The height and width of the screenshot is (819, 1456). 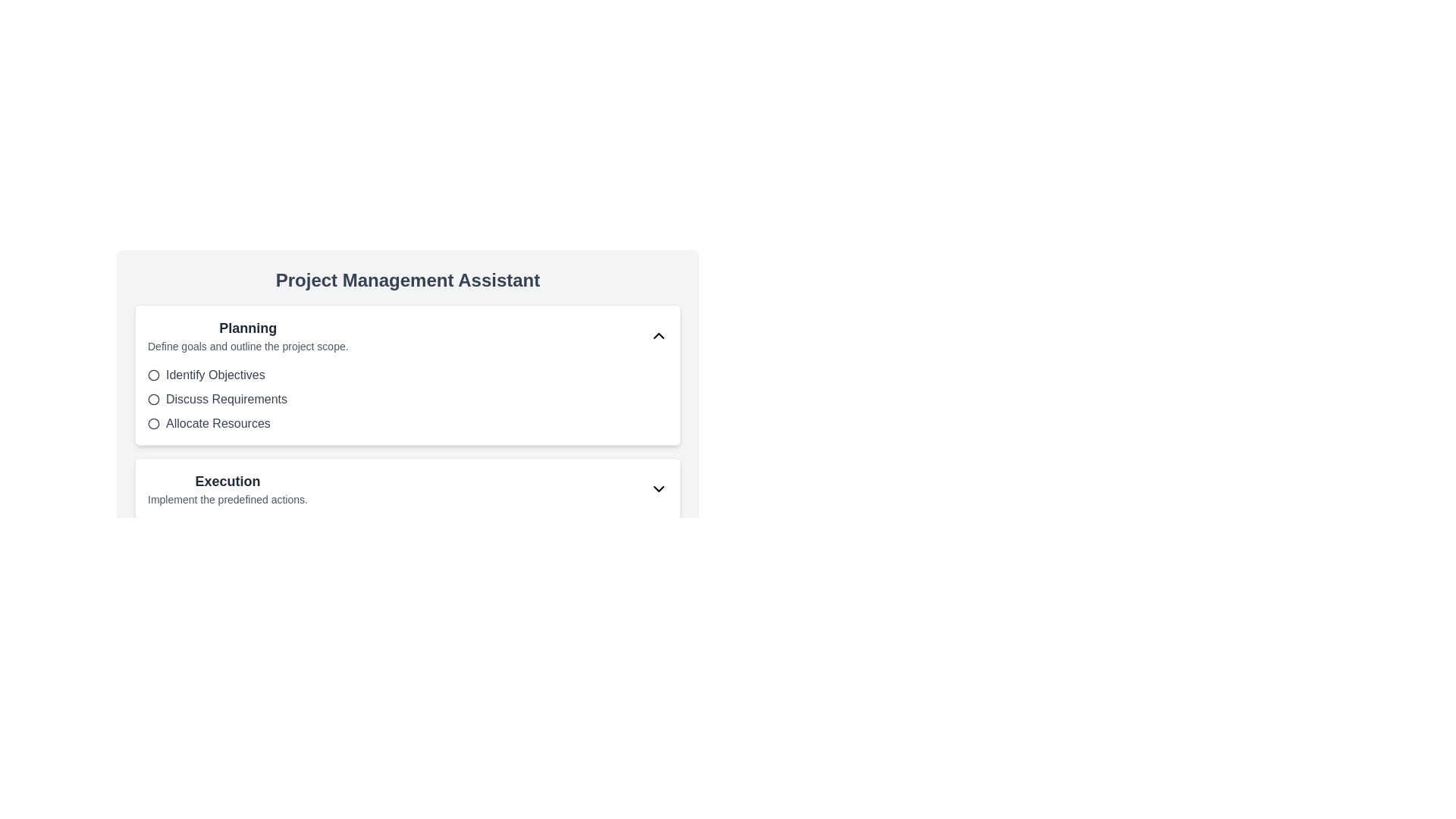 What do you see at coordinates (153, 424) in the screenshot?
I see `the unselected radio button for 'Allocate Resources'` at bounding box center [153, 424].